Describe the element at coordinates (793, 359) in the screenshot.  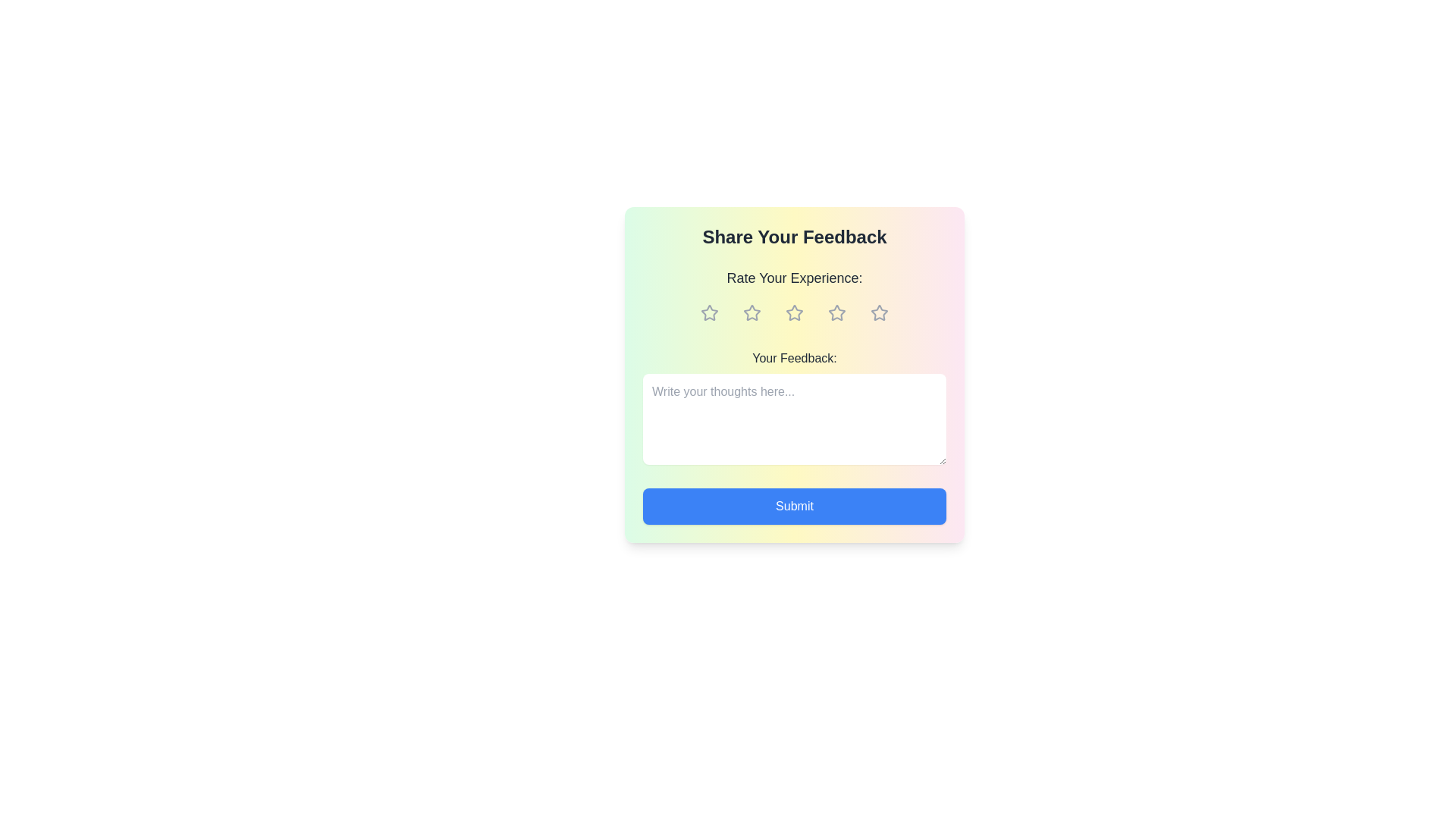
I see `the text label or heading that serves as a guide for the feedback text input area, located within the feedback form` at that location.